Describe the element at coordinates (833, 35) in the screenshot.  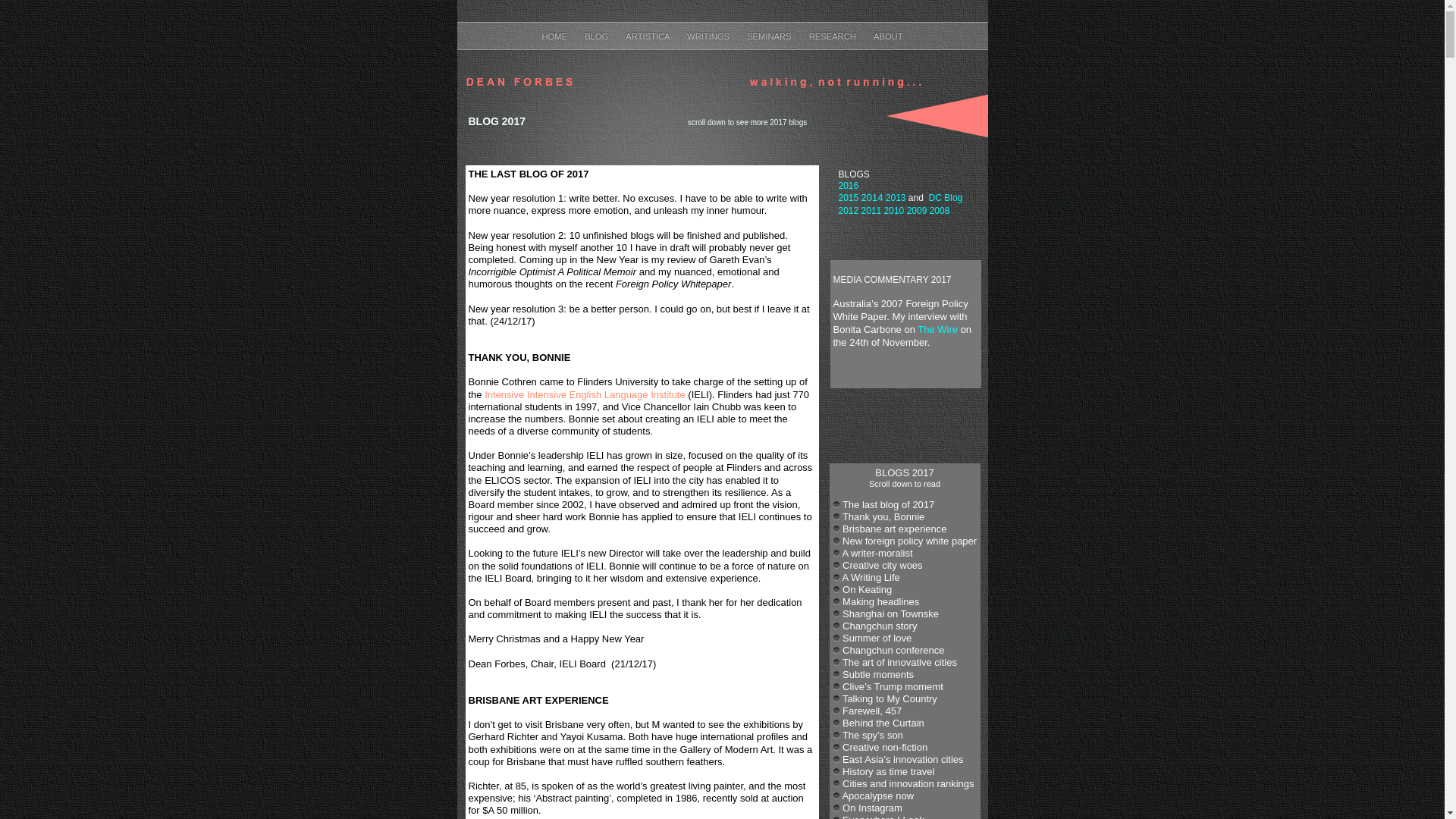
I see `'RESEARCH'` at that location.